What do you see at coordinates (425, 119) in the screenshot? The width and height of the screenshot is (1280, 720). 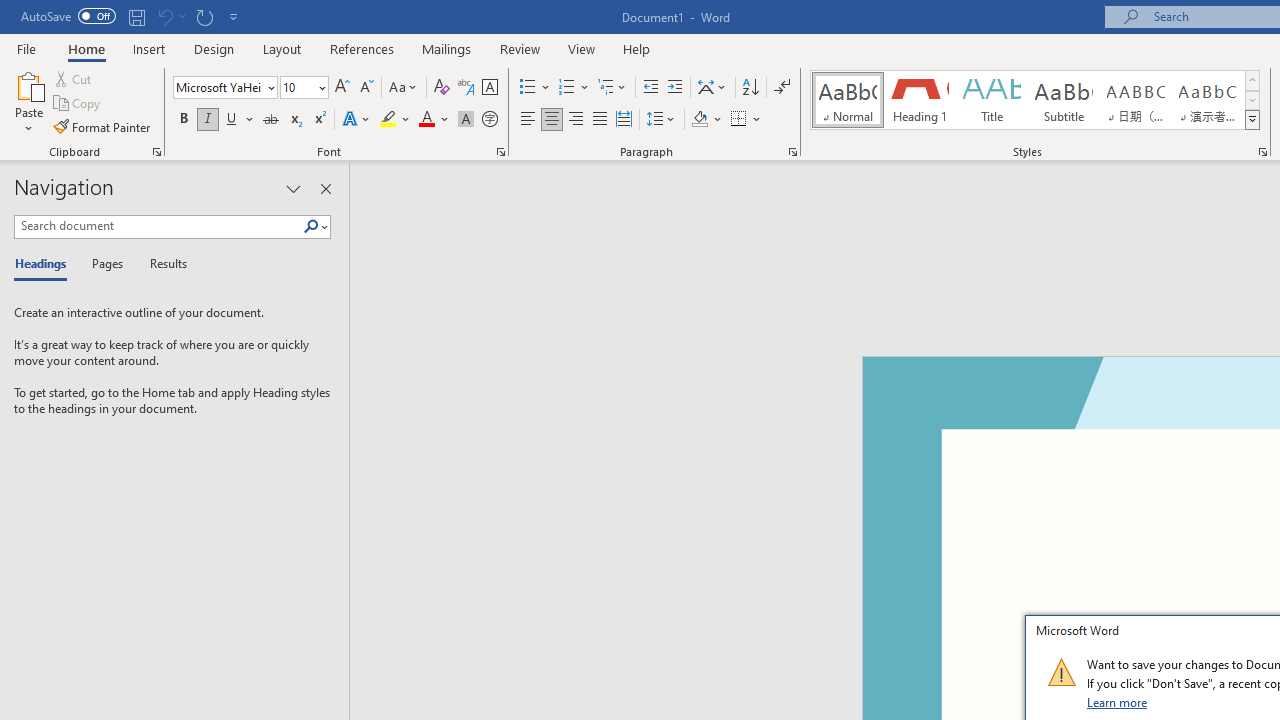 I see `'Font Color Red'` at bounding box center [425, 119].